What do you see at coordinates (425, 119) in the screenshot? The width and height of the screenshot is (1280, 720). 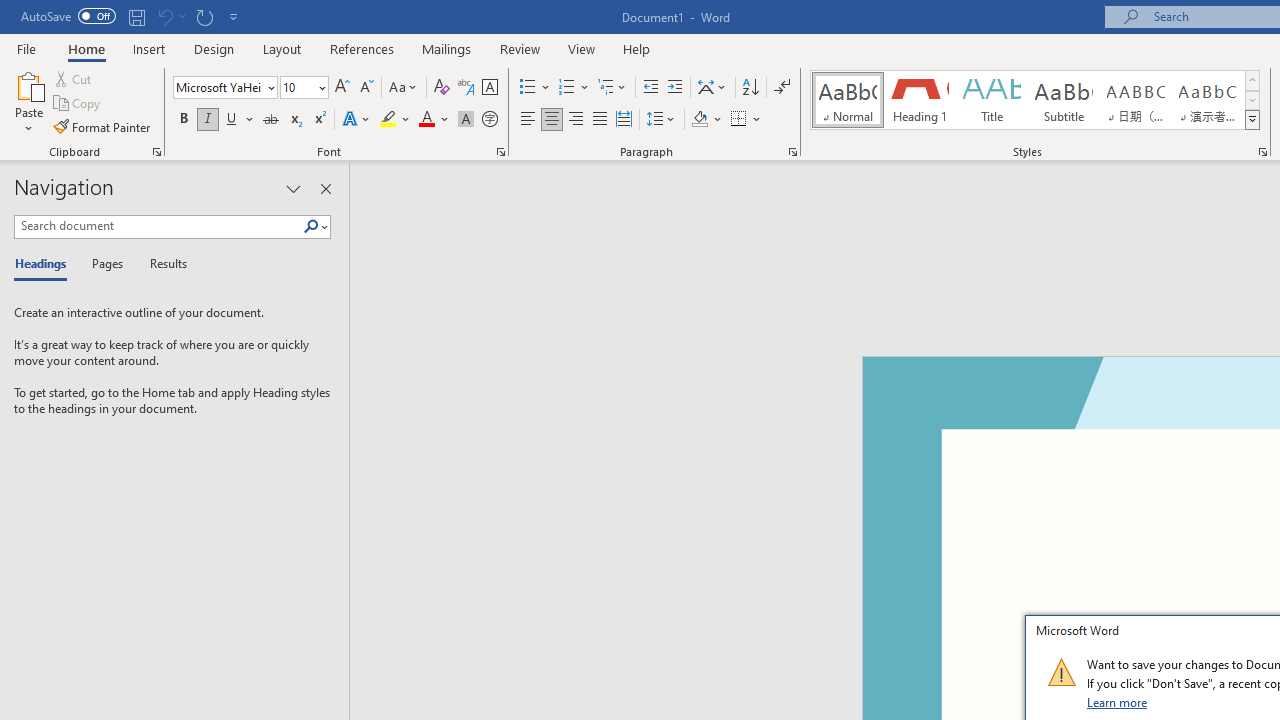 I see `'Font Color Red'` at bounding box center [425, 119].